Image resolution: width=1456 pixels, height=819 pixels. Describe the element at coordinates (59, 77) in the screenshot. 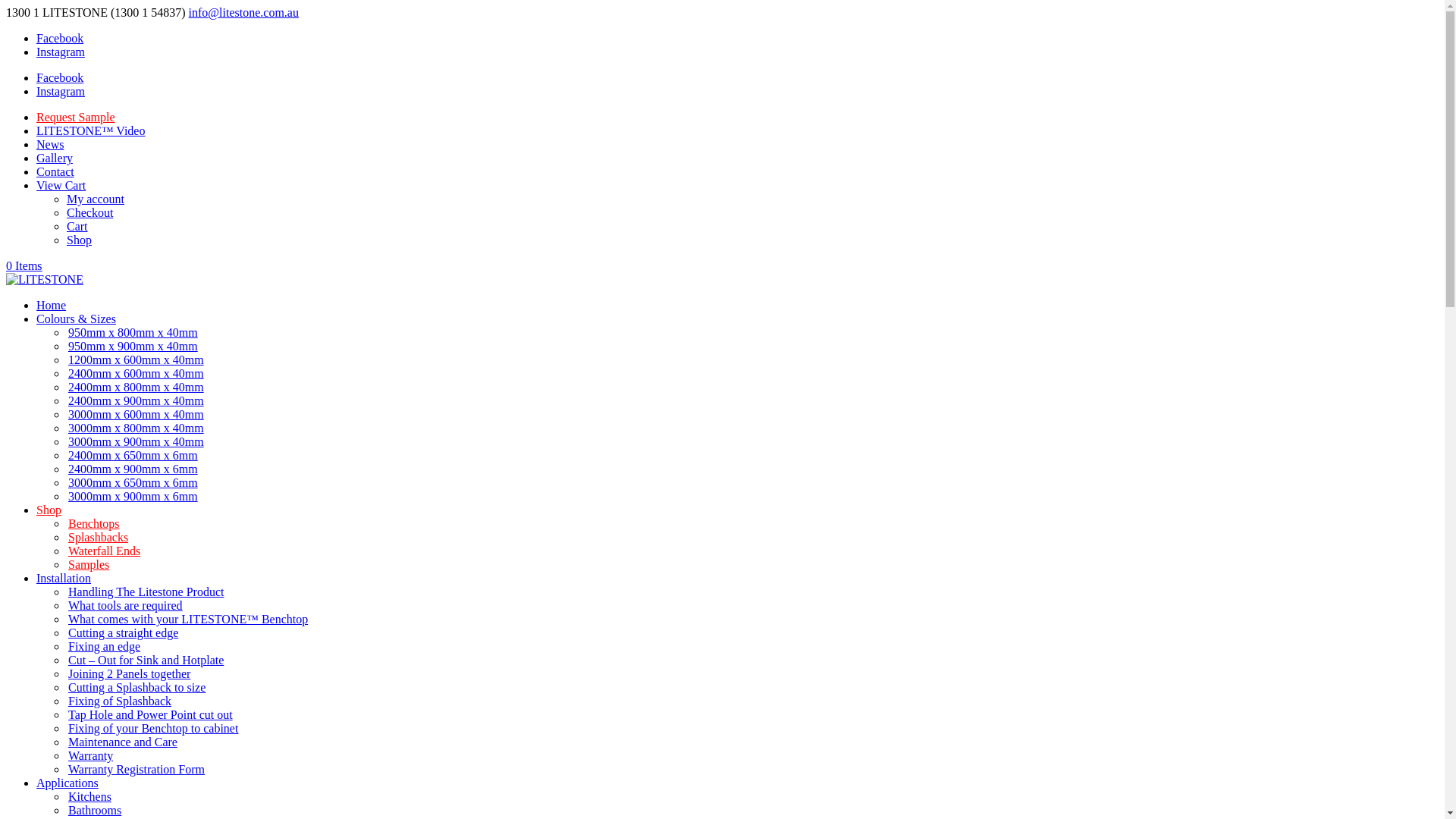

I see `'Facebook'` at that location.